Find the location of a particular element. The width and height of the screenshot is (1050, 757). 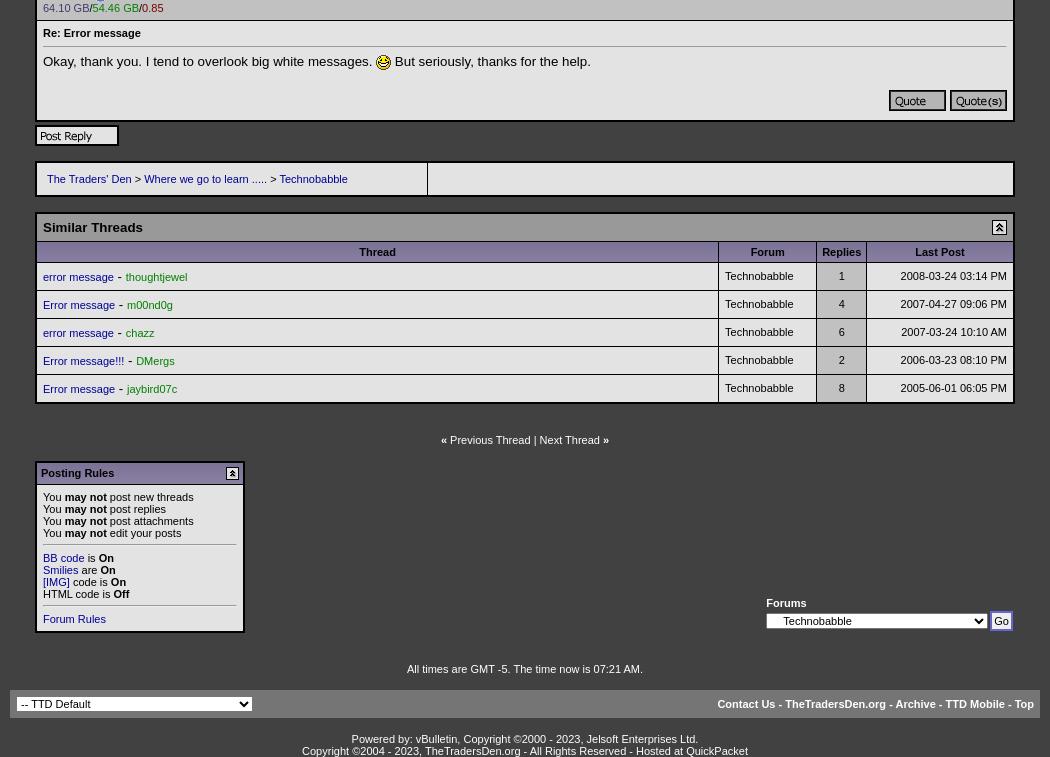

'Archive' is located at coordinates (914, 703).